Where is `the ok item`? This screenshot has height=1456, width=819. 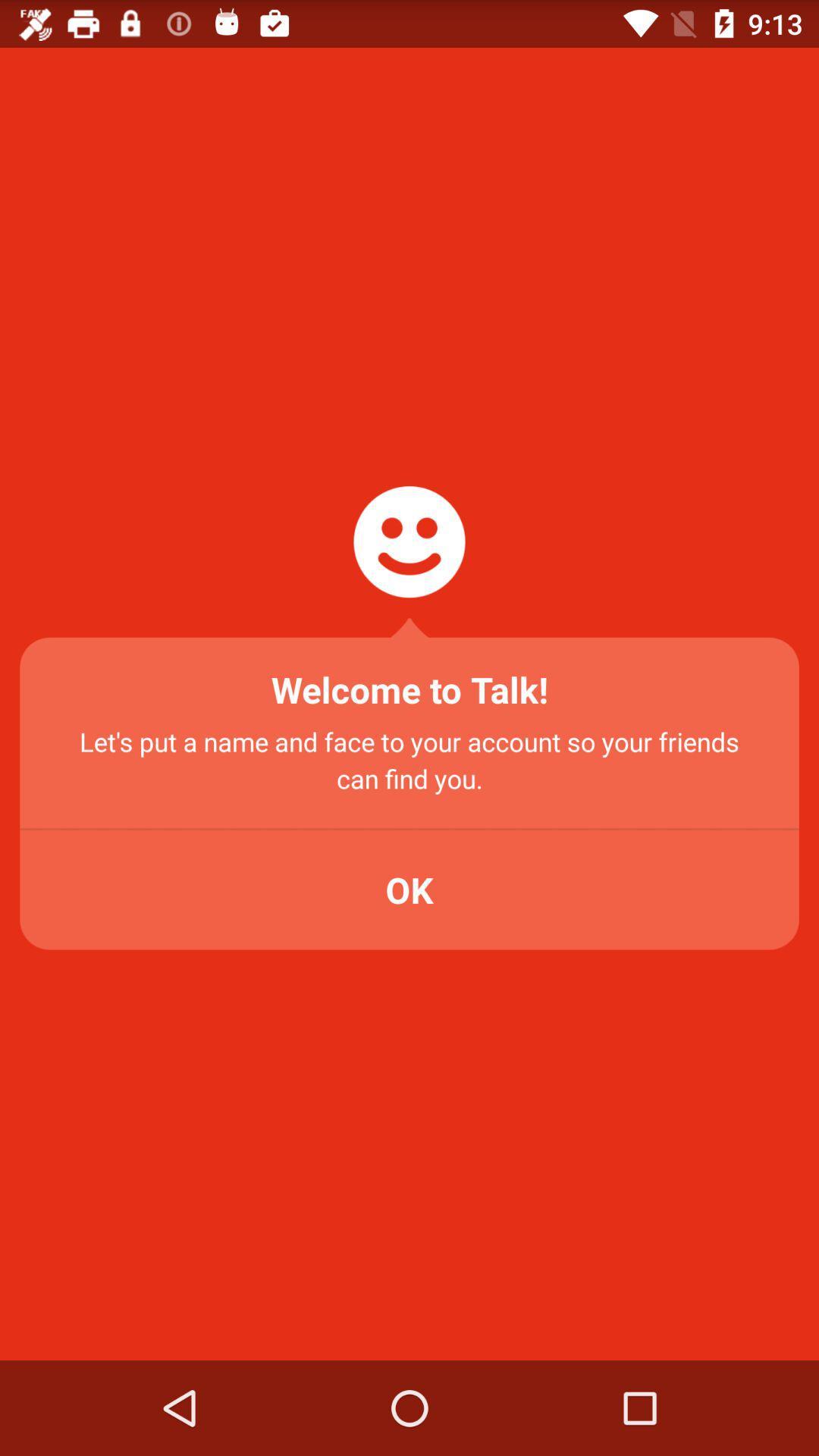
the ok item is located at coordinates (409, 890).